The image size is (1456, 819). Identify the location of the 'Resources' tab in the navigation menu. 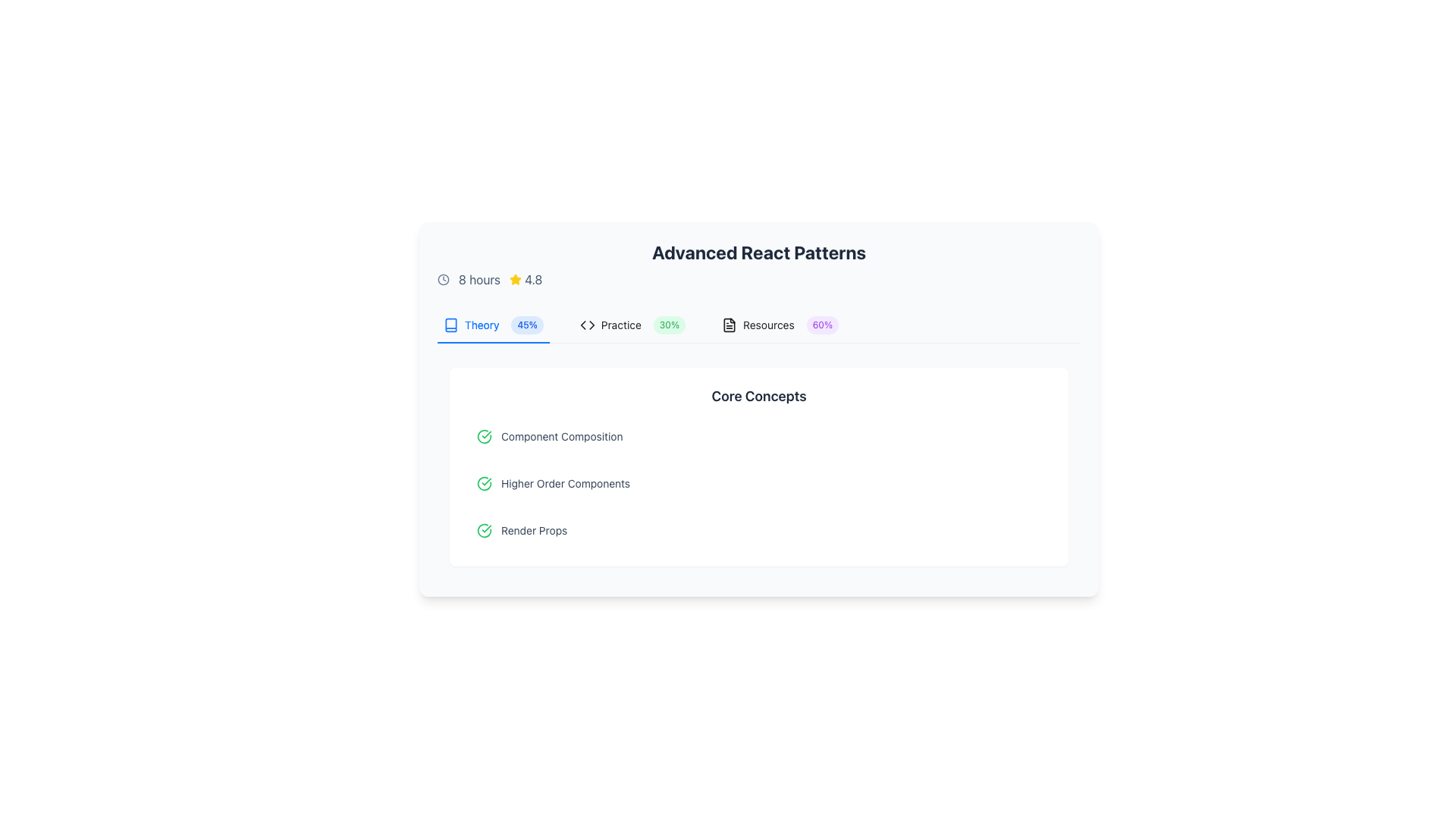
(780, 324).